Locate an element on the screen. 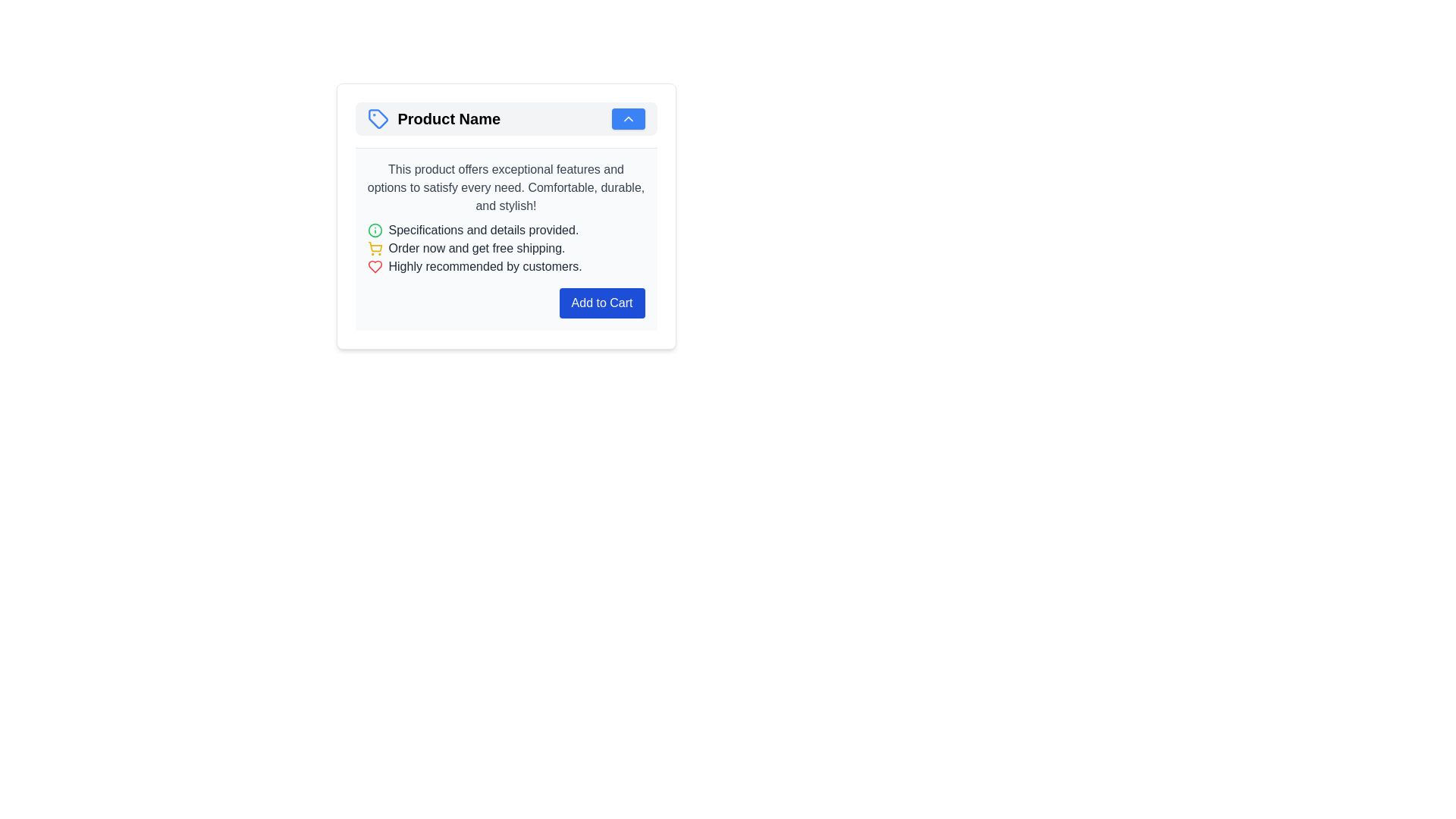 The height and width of the screenshot is (819, 1456). the red heart-shaped icon is located at coordinates (375, 265).